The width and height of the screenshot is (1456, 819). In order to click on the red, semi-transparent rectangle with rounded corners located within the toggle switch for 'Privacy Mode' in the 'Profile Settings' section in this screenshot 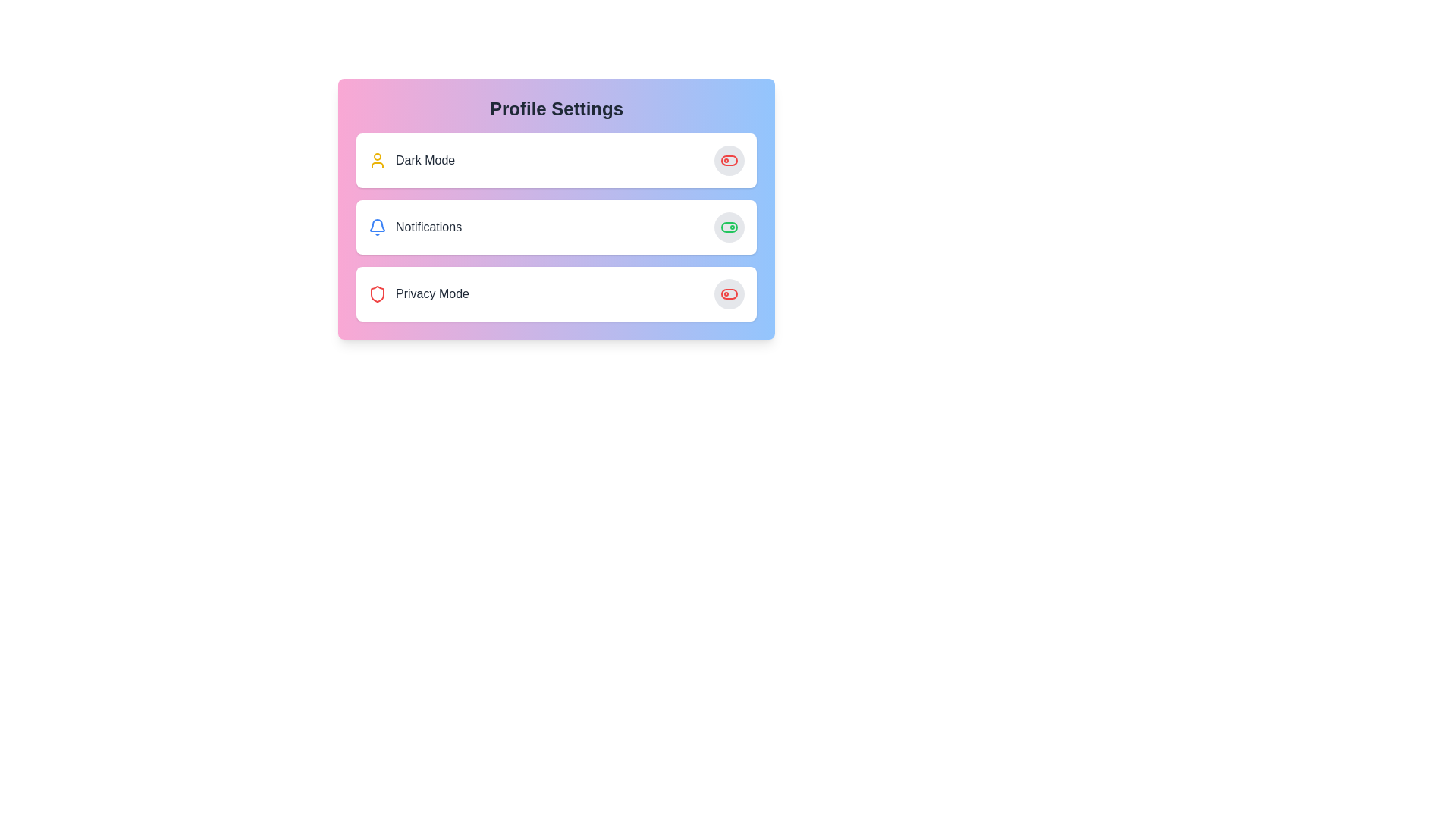, I will do `click(729, 294)`.